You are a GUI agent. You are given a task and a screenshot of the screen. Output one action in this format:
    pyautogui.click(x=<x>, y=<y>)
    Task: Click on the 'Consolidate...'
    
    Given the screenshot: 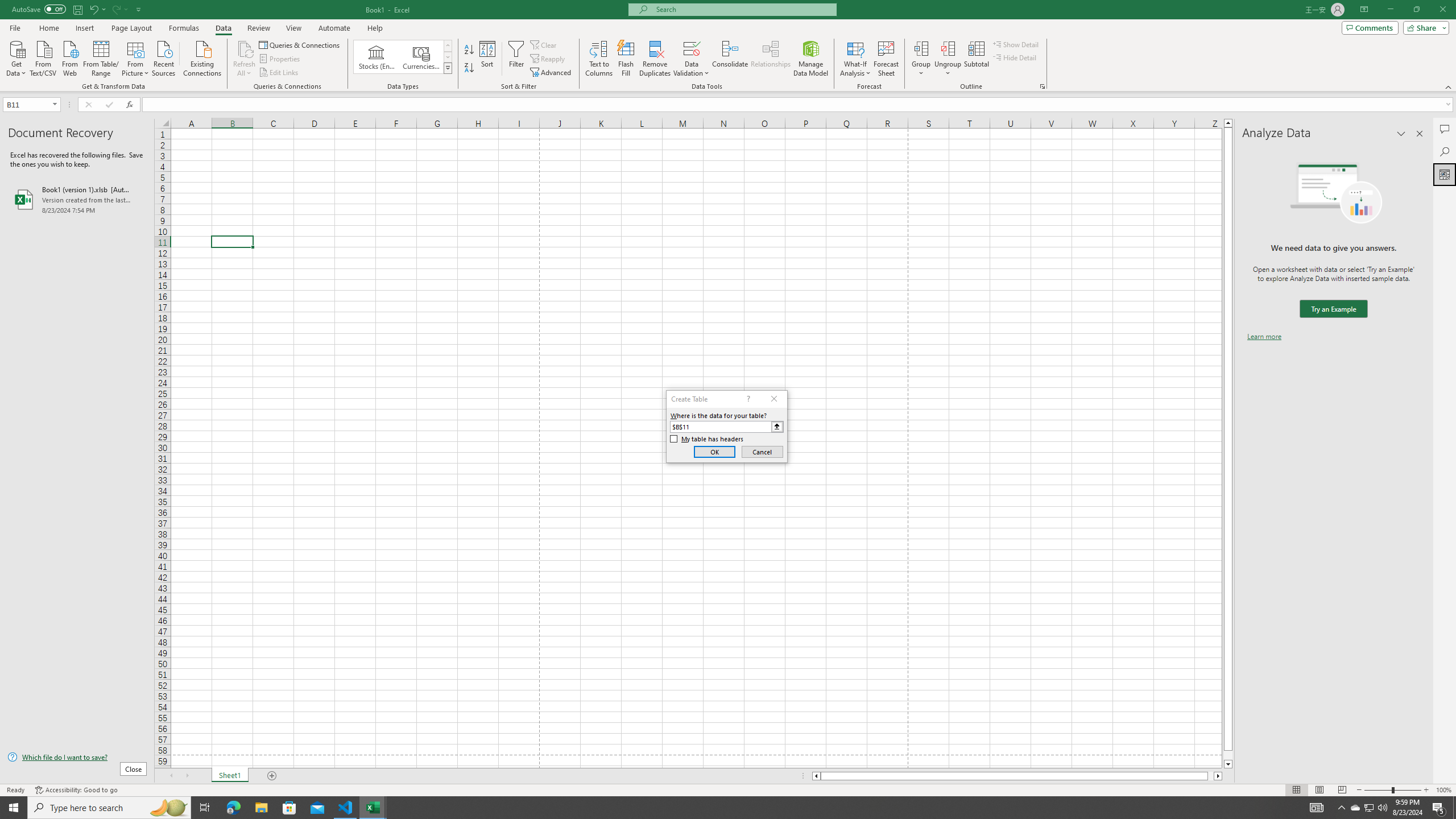 What is the action you would take?
    pyautogui.click(x=730, y=59)
    